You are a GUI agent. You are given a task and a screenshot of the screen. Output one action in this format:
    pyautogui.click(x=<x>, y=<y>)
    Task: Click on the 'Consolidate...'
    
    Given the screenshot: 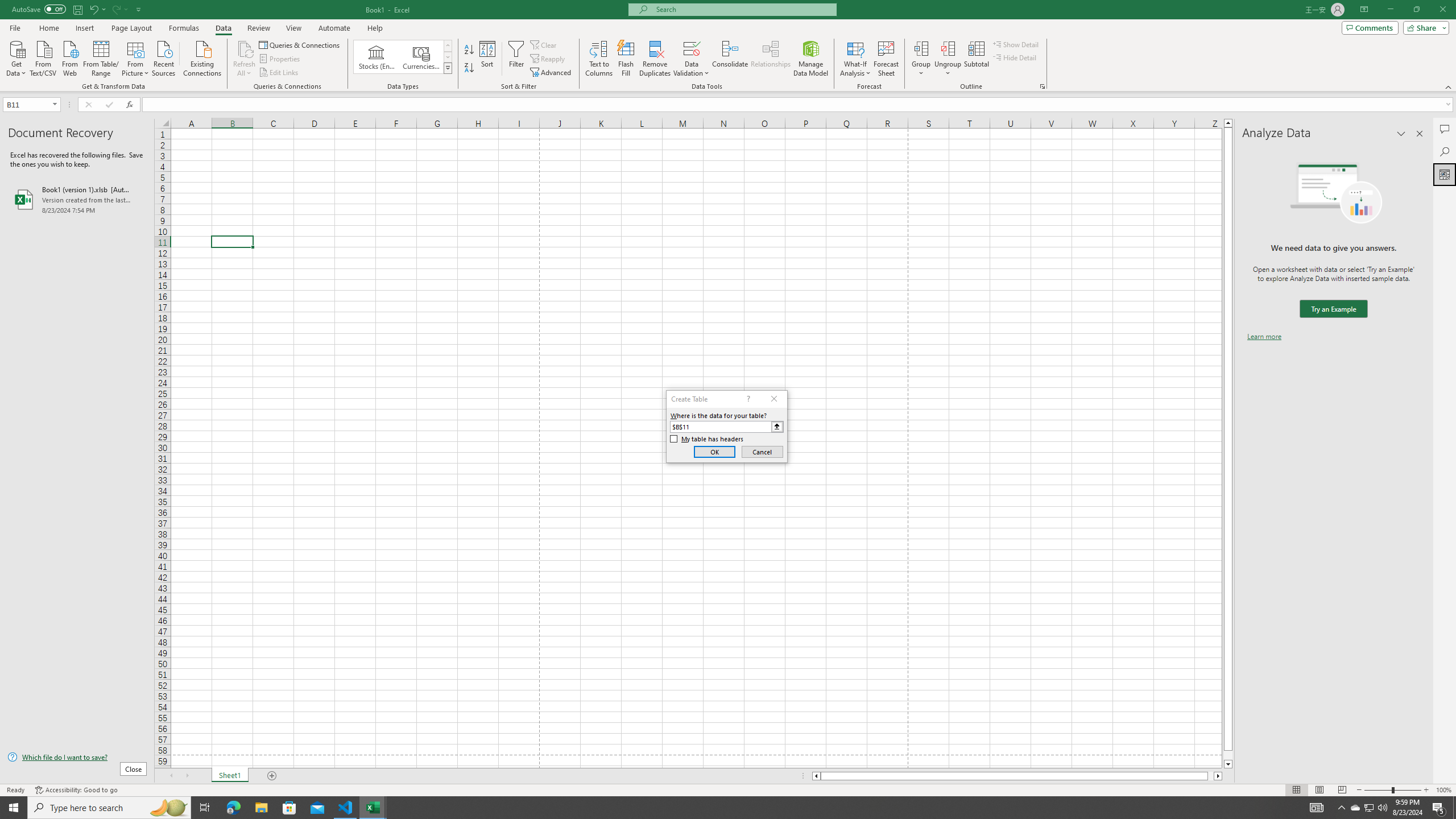 What is the action you would take?
    pyautogui.click(x=730, y=59)
    